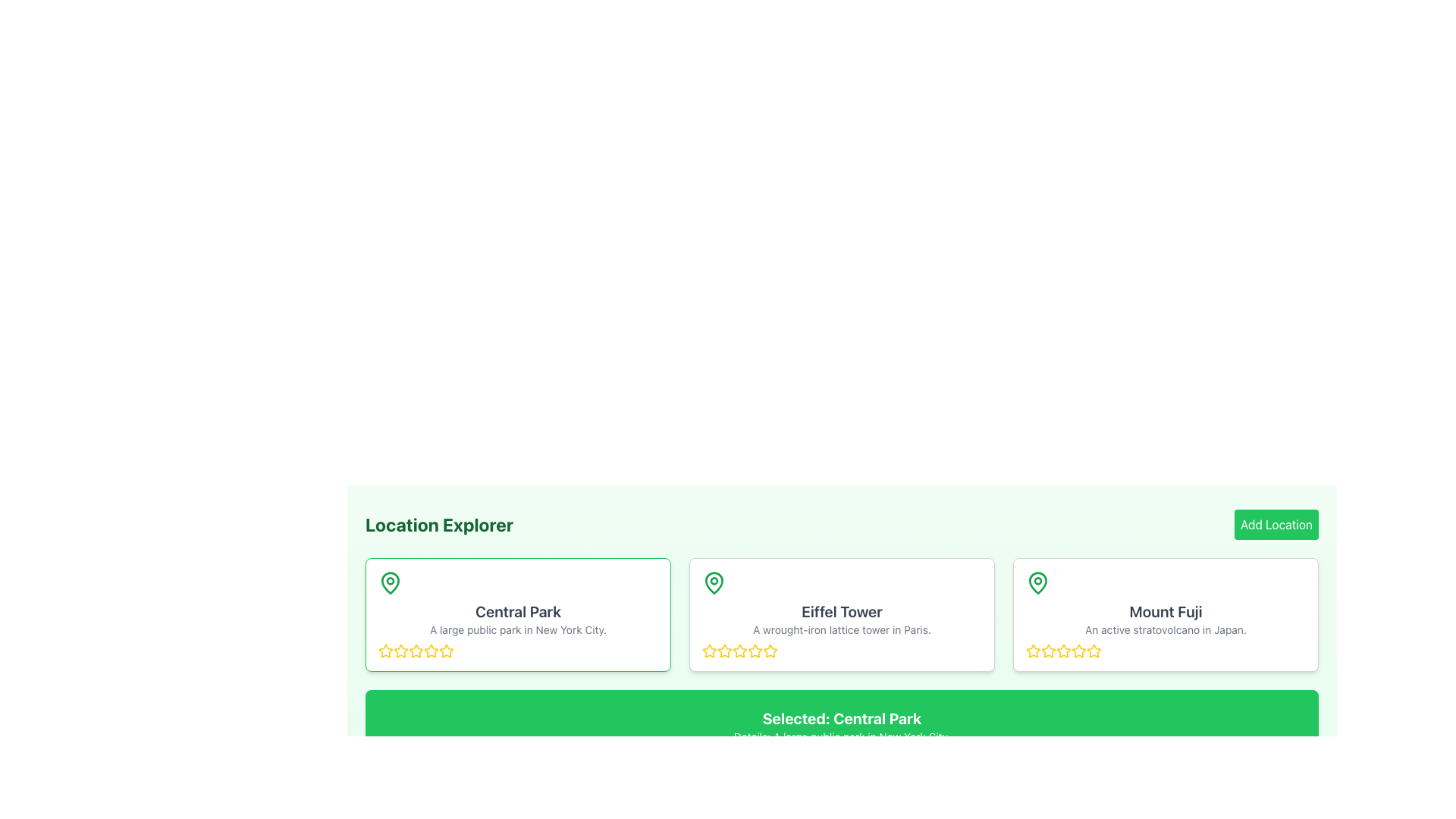  Describe the element at coordinates (1165, 610) in the screenshot. I see `on the 'Mount Fuji' text label located at the top-center of the third card from the left in a horizontal list of cards` at that location.